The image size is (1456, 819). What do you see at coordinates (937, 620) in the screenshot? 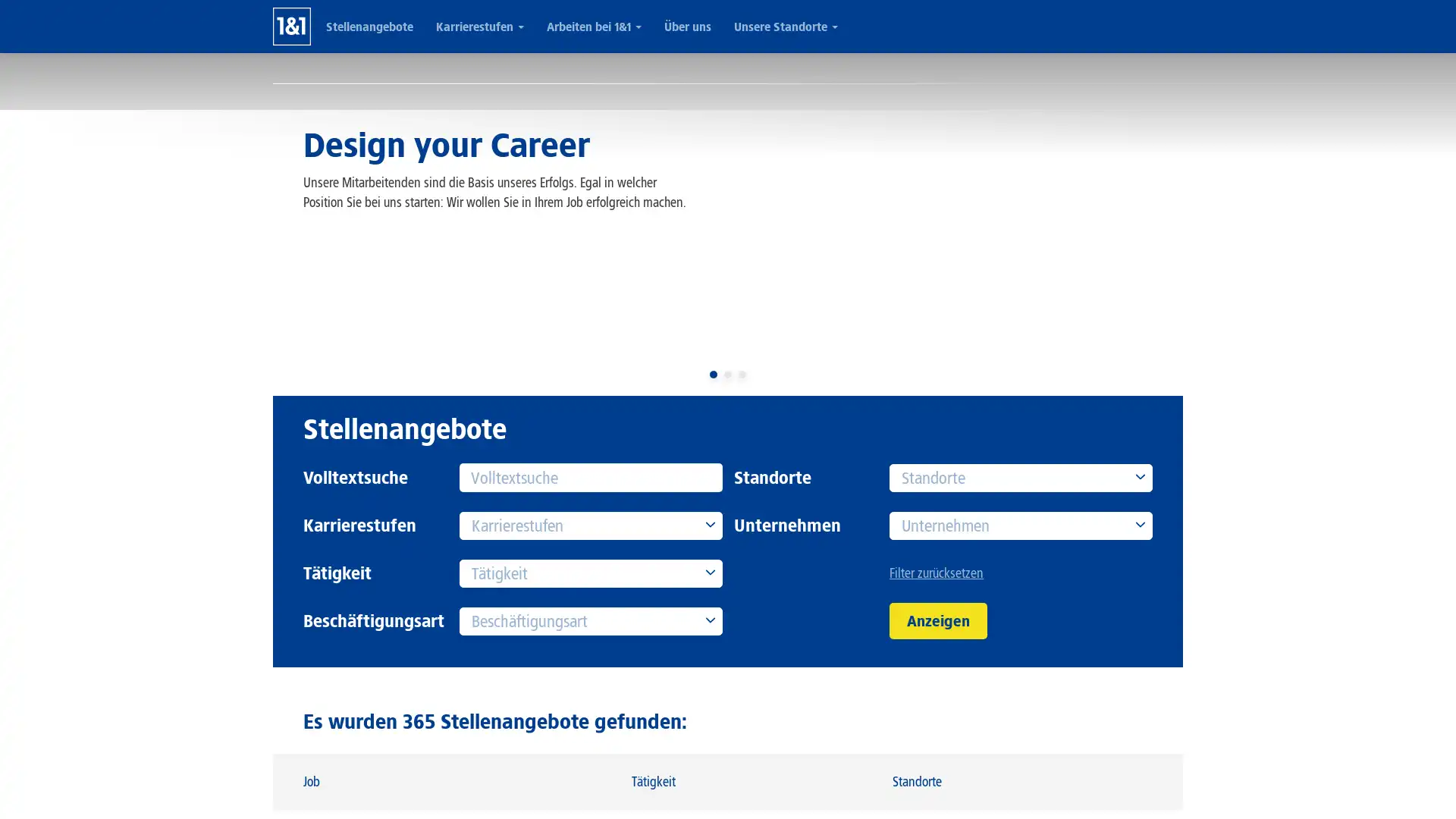
I see `Anzeigen` at bounding box center [937, 620].